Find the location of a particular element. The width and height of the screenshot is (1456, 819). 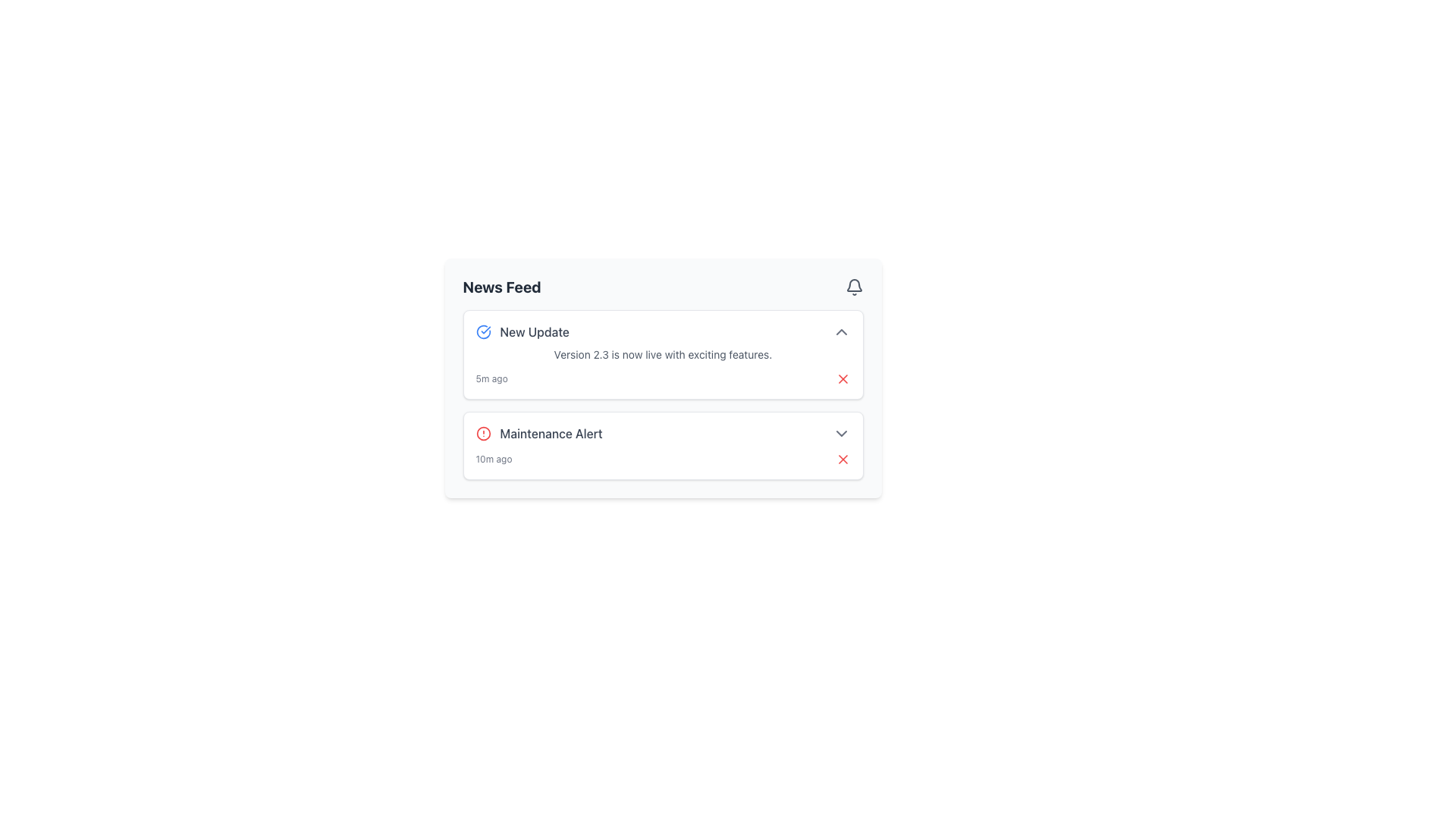

the circular icon with a checkmark representing confirmation, located in the 'News Feed' section before the 'New Update' text is located at coordinates (482, 331).